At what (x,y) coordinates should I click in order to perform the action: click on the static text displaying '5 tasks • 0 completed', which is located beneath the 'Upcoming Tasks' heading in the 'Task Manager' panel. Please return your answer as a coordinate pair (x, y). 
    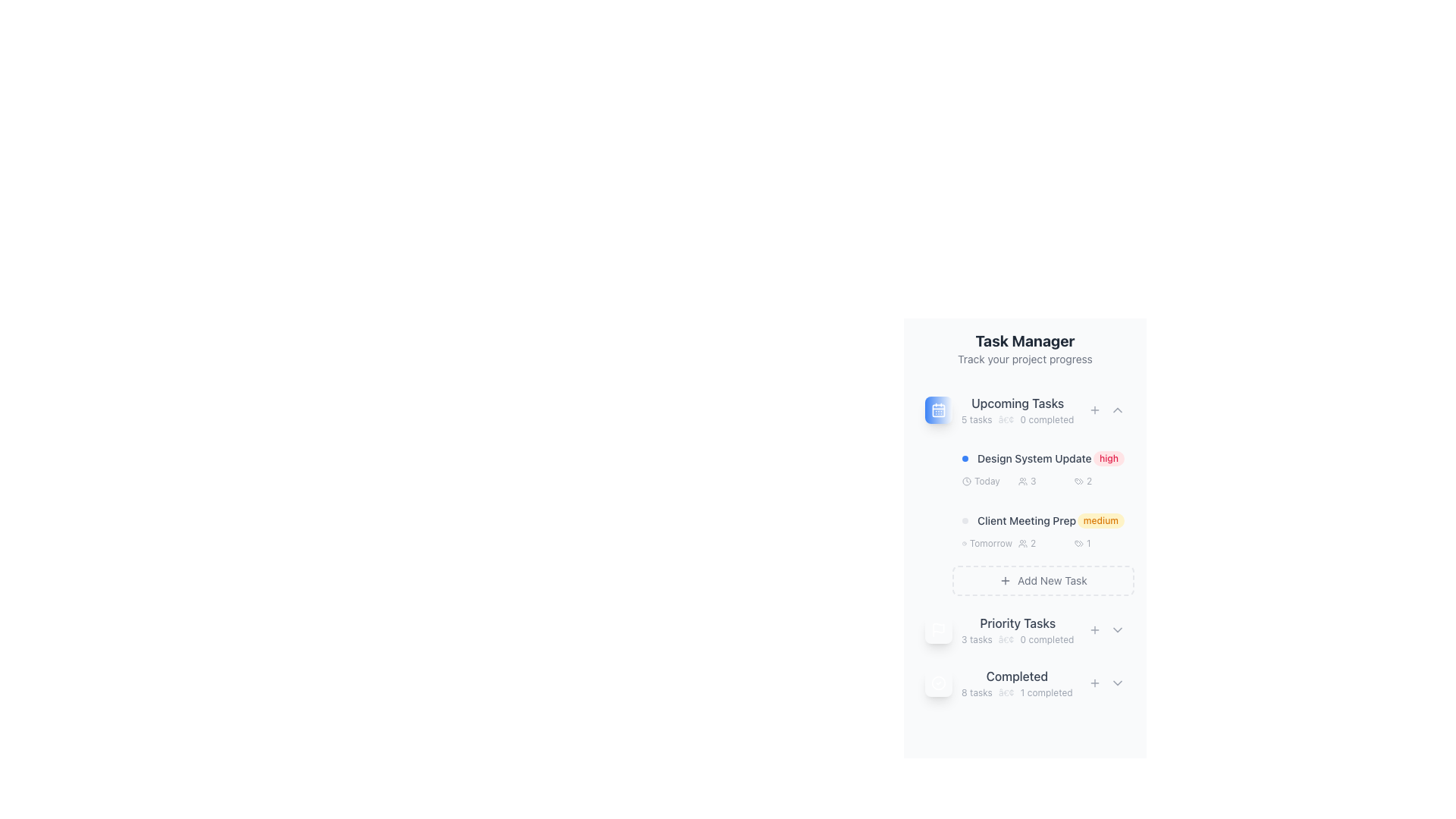
    Looking at the image, I should click on (1018, 420).